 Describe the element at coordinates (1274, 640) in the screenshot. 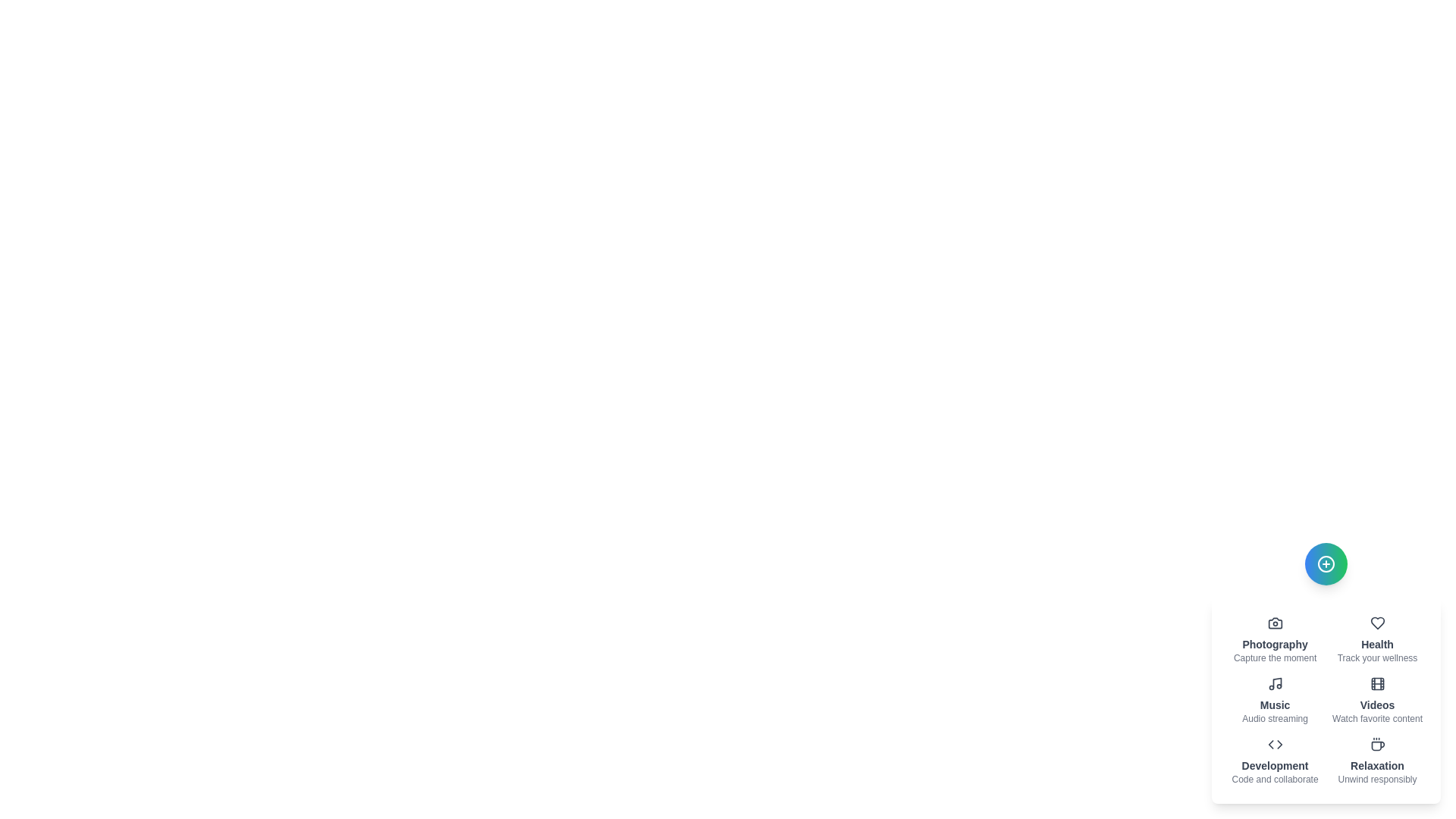

I see `the item labeled 'Photography' to observe its hover effect` at that location.